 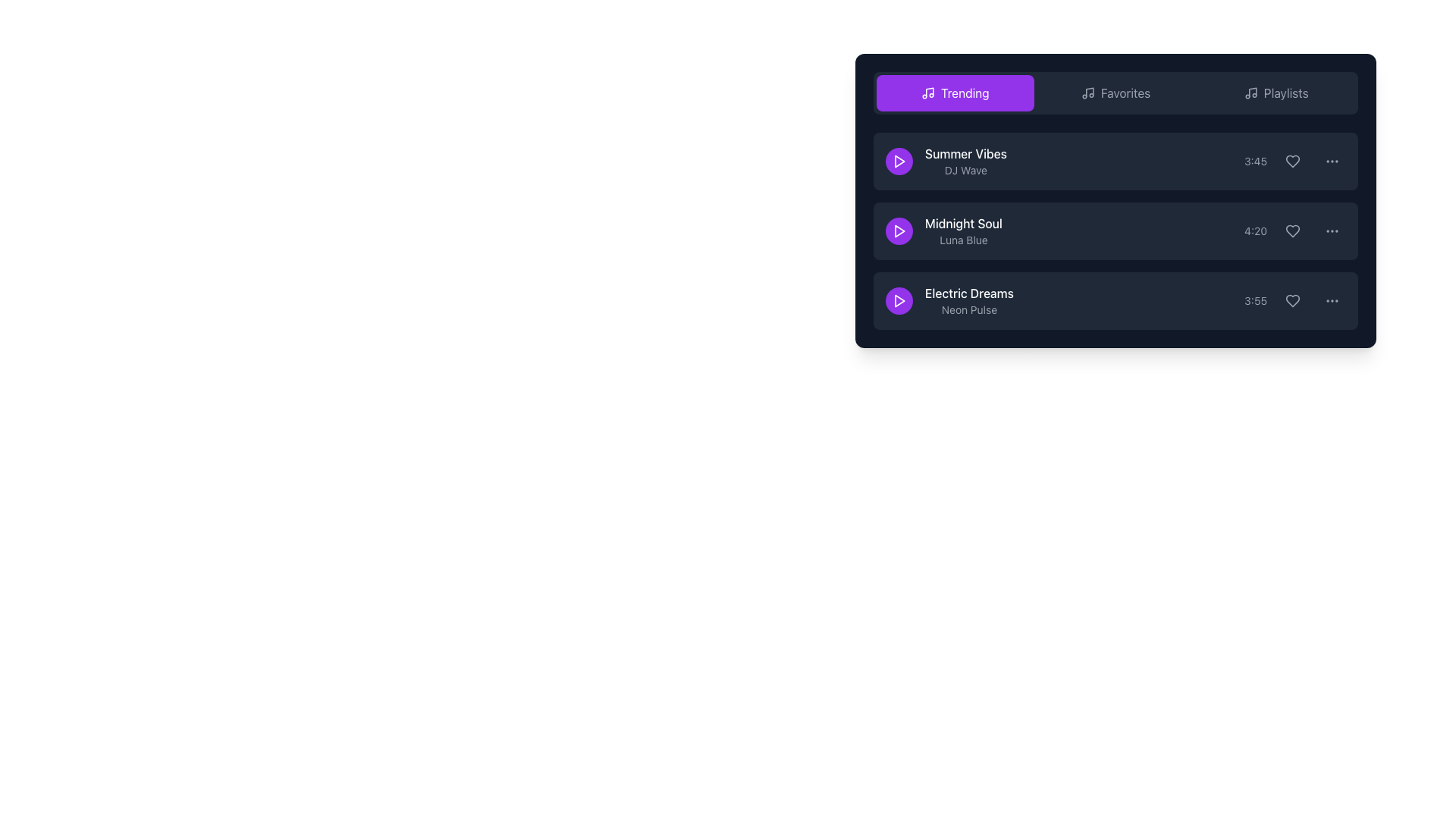 I want to click on the circular purple button with a white play icon to play the 'Electric Dreams' track, so click(x=899, y=301).